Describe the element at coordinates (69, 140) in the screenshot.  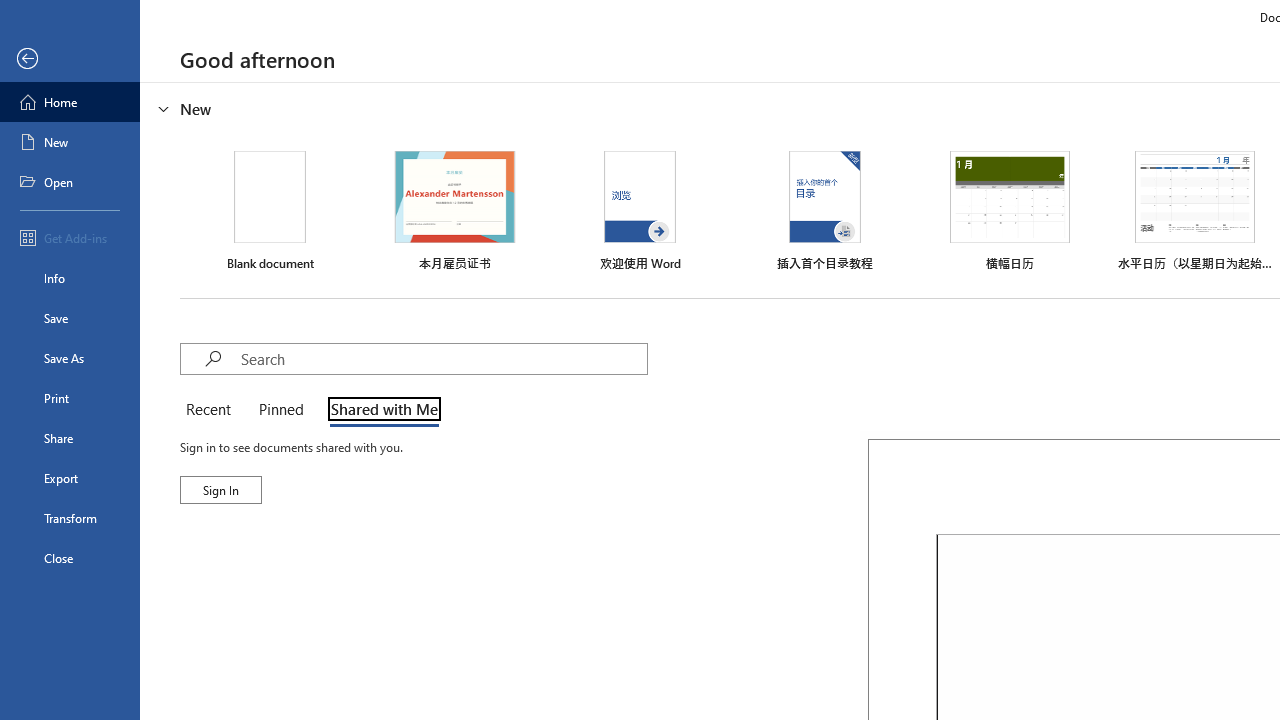
I see `'New'` at that location.